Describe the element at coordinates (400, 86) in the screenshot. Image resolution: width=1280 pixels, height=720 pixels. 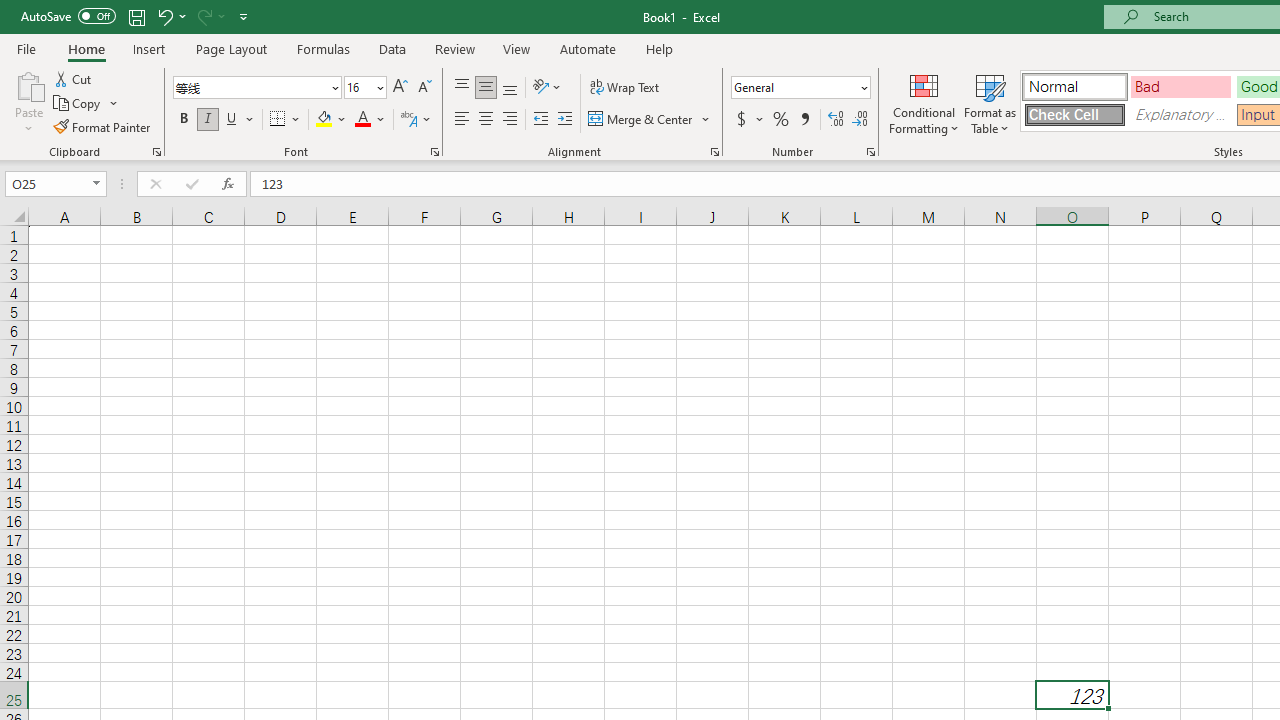
I see `'Increase Font Size'` at that location.